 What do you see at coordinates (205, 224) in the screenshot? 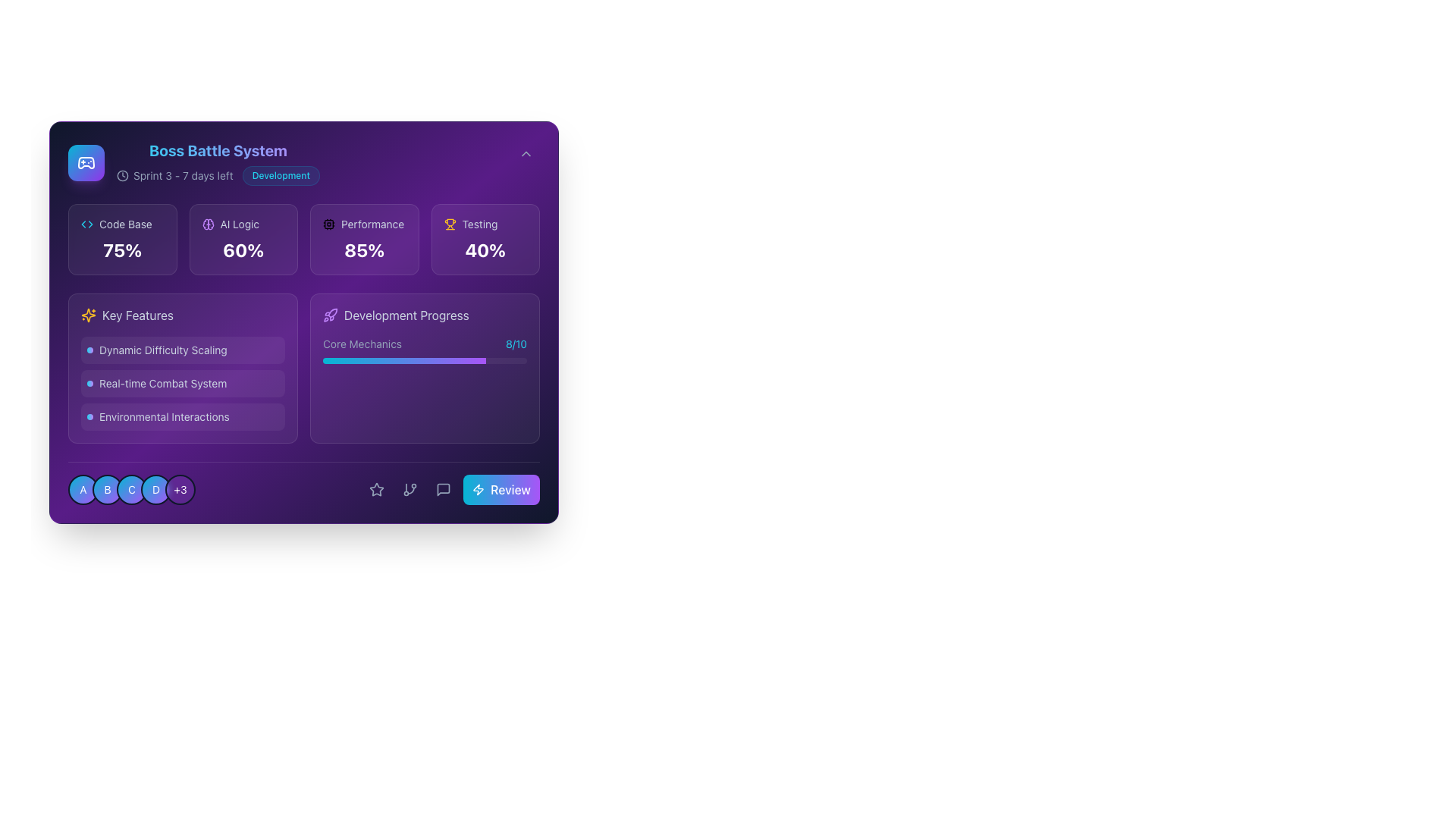
I see `the left-side curved shape of the cloud or brain icon, which is filled with a subtle purple hue, located in the bottom center area of the user interface` at bounding box center [205, 224].